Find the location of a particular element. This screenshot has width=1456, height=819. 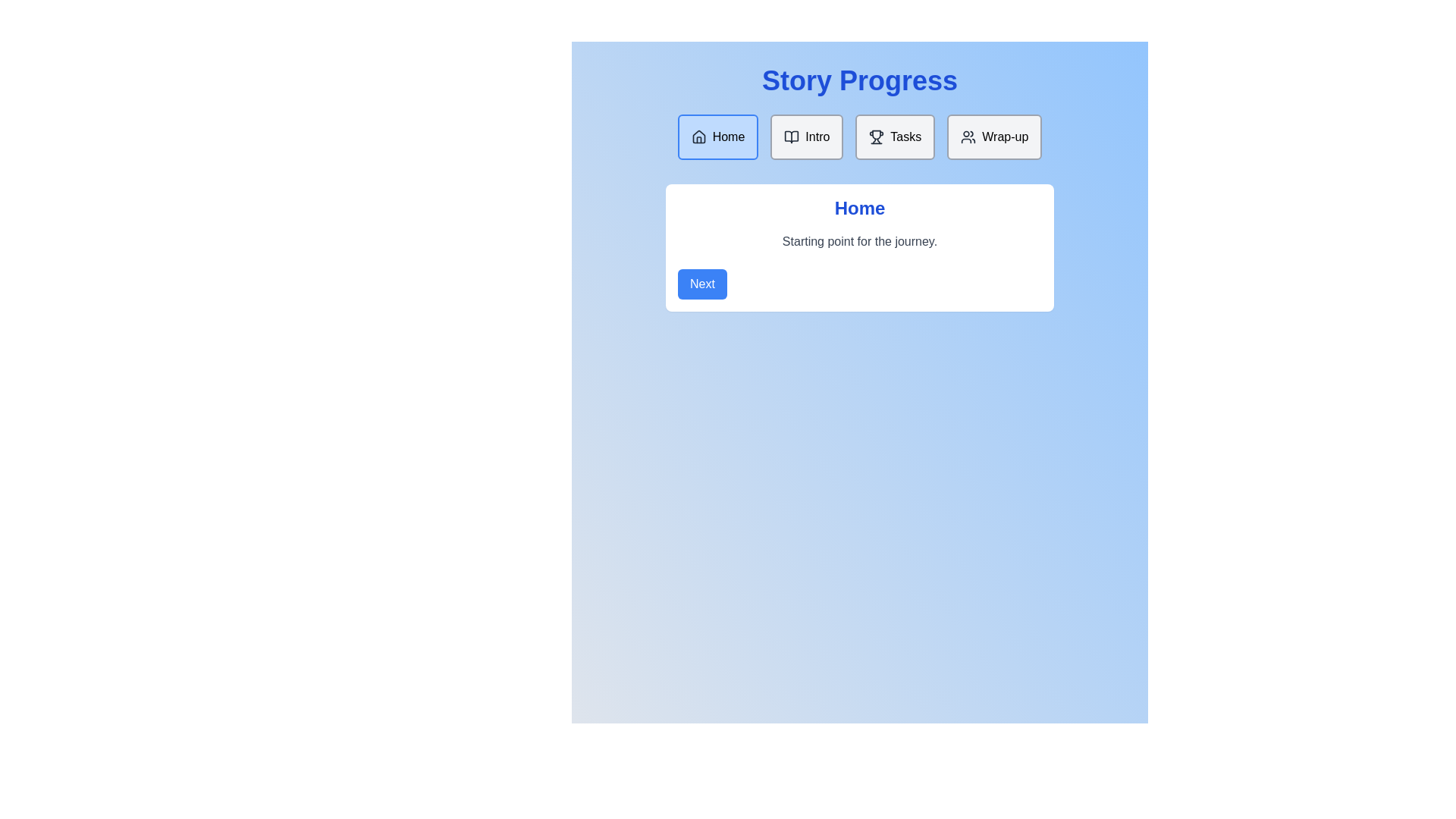

the navigation button corresponding to Tasks is located at coordinates (895, 137).